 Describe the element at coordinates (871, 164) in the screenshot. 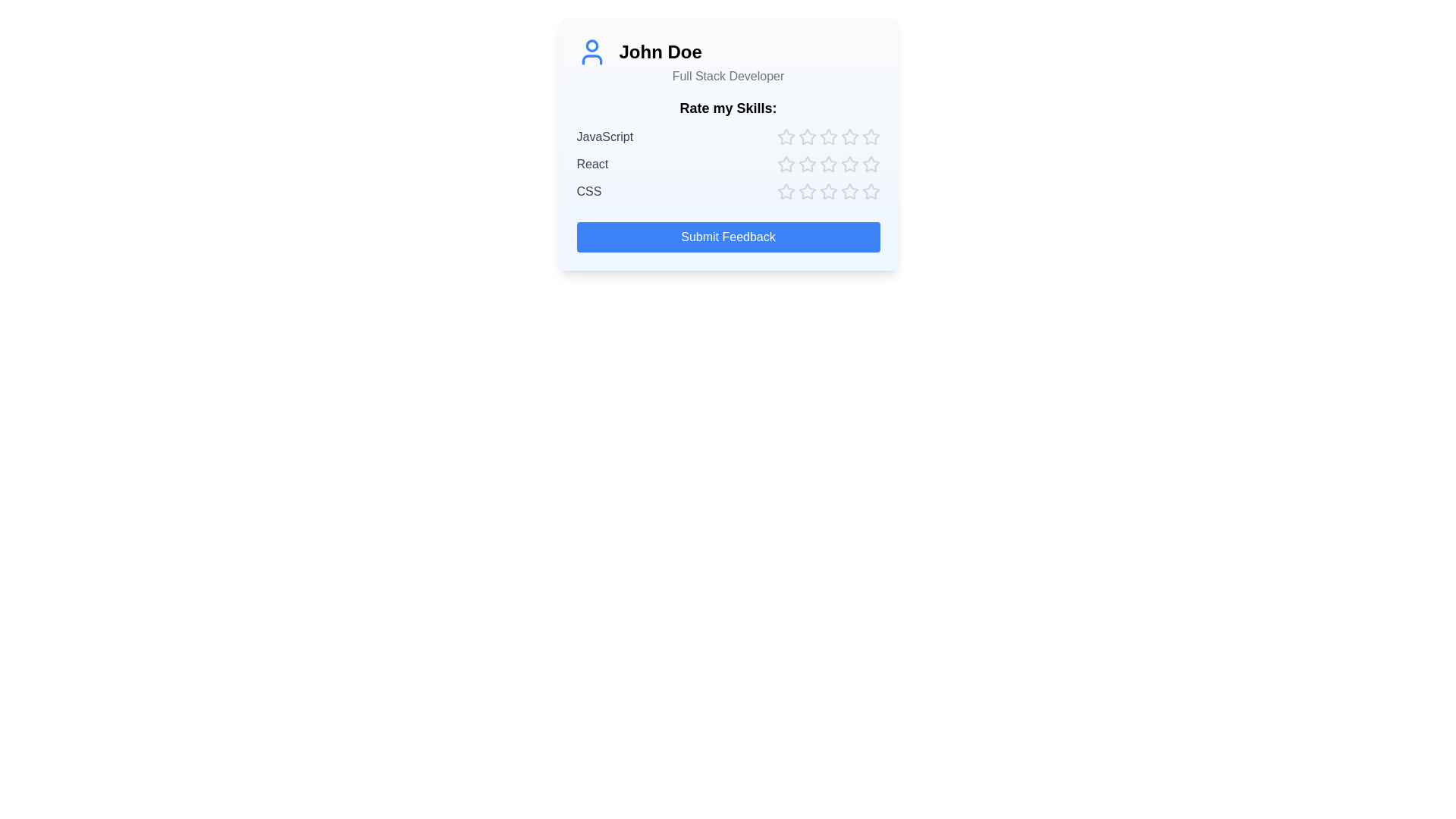

I see `the star corresponding to skill React and rating 5` at that location.